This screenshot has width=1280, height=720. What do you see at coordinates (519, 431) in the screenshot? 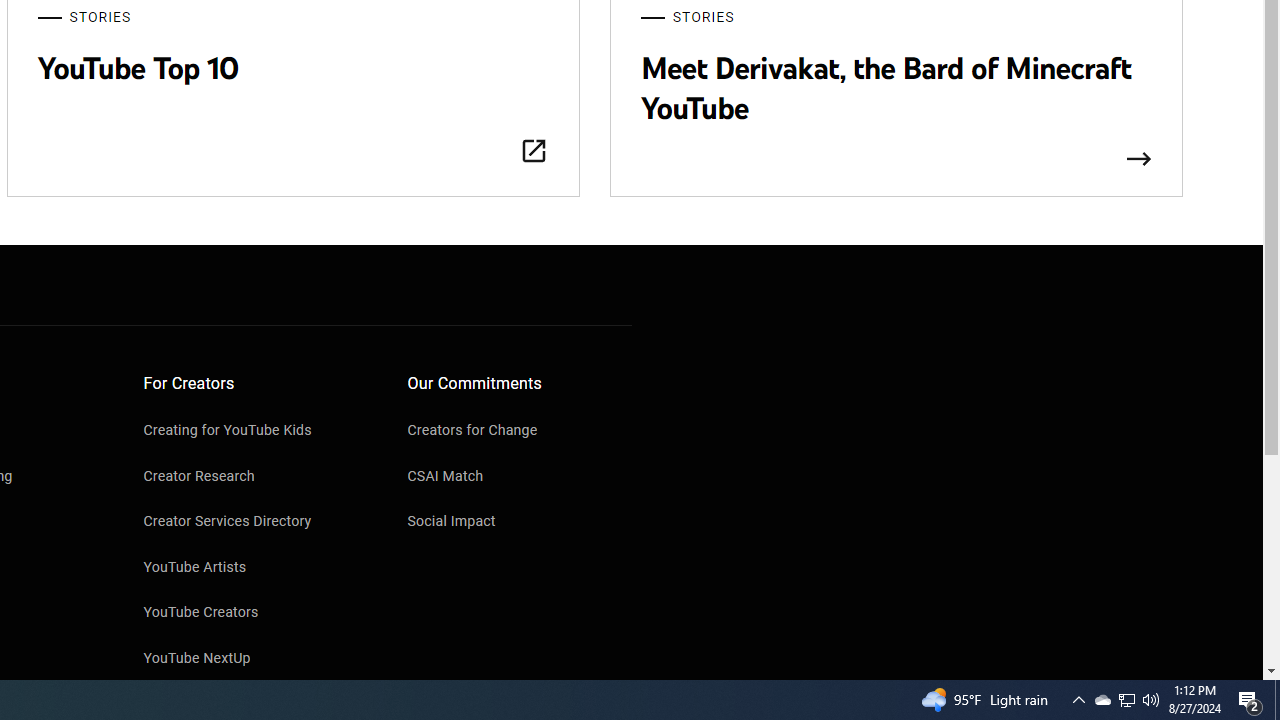
I see `'Creators for Change'` at bounding box center [519, 431].